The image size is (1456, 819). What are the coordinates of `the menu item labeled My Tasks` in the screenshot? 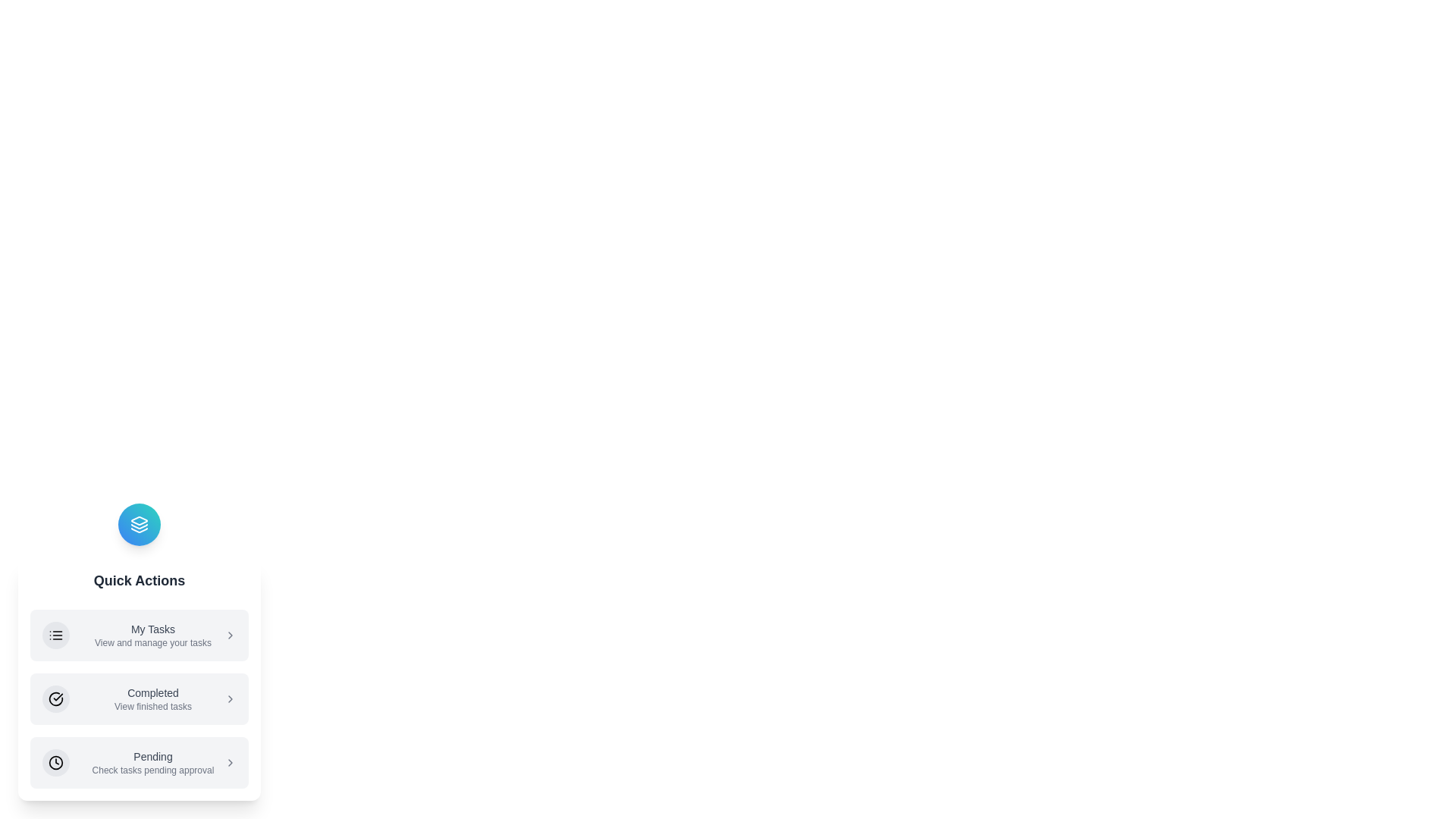 It's located at (139, 635).